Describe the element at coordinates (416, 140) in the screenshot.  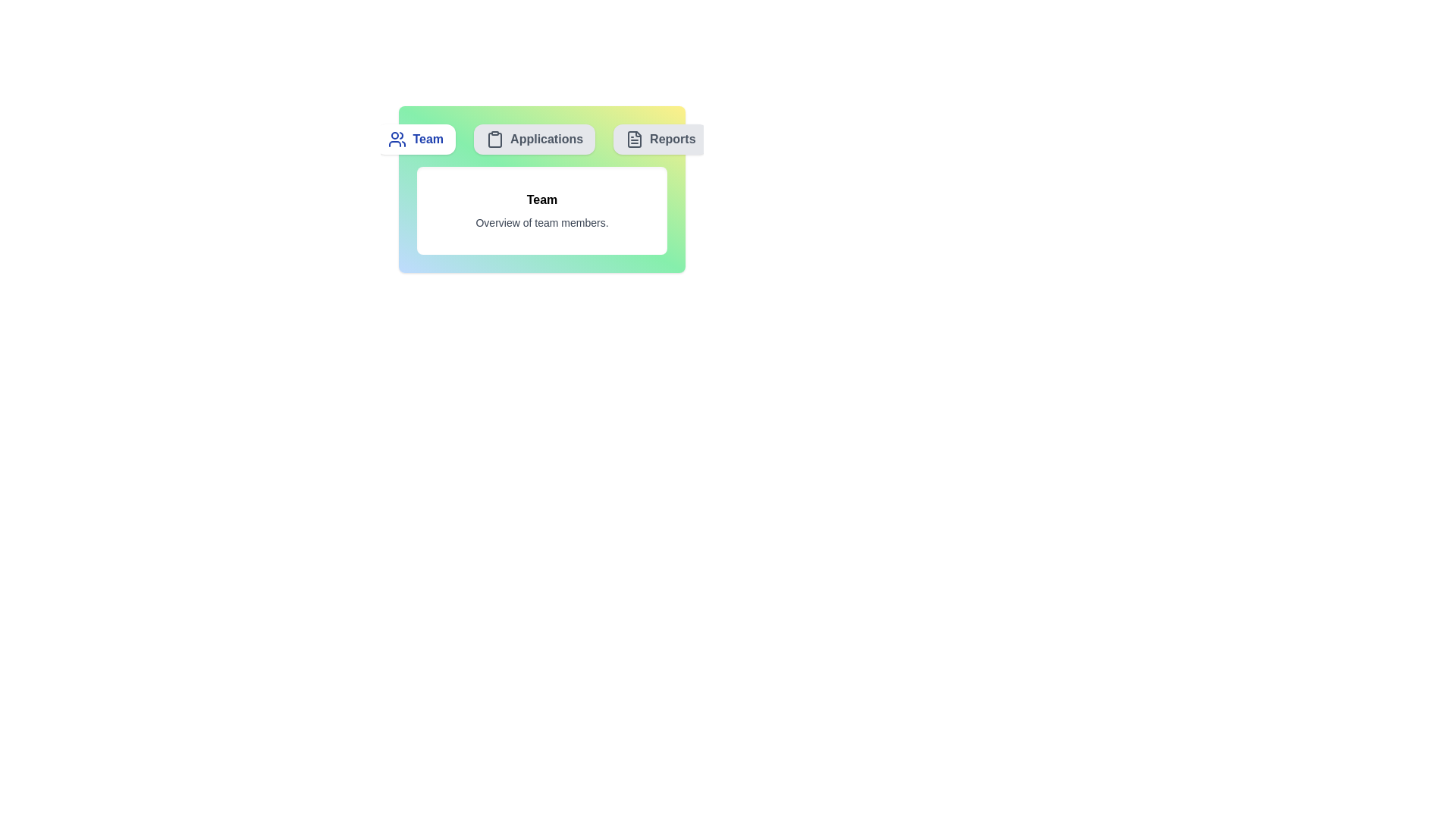
I see `the Team tab by clicking on its button` at that location.